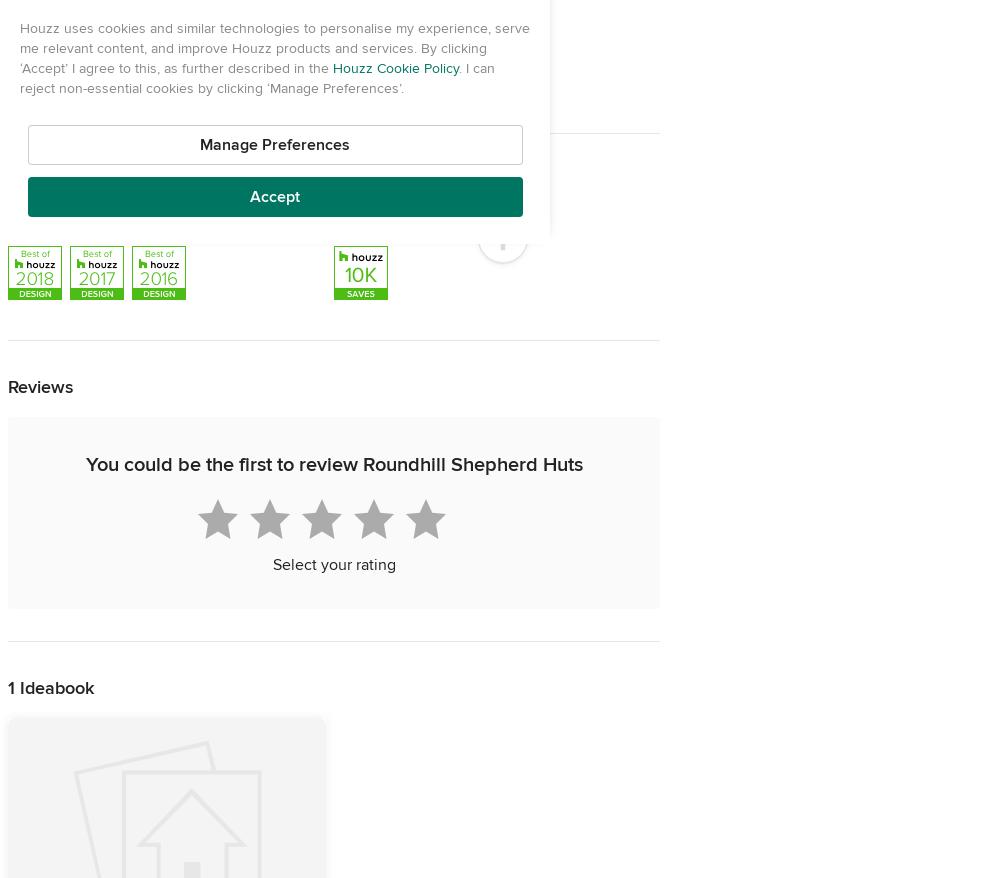 This screenshot has height=878, width=1000. What do you see at coordinates (38, 42) in the screenshot?
I see `'Address'` at bounding box center [38, 42].